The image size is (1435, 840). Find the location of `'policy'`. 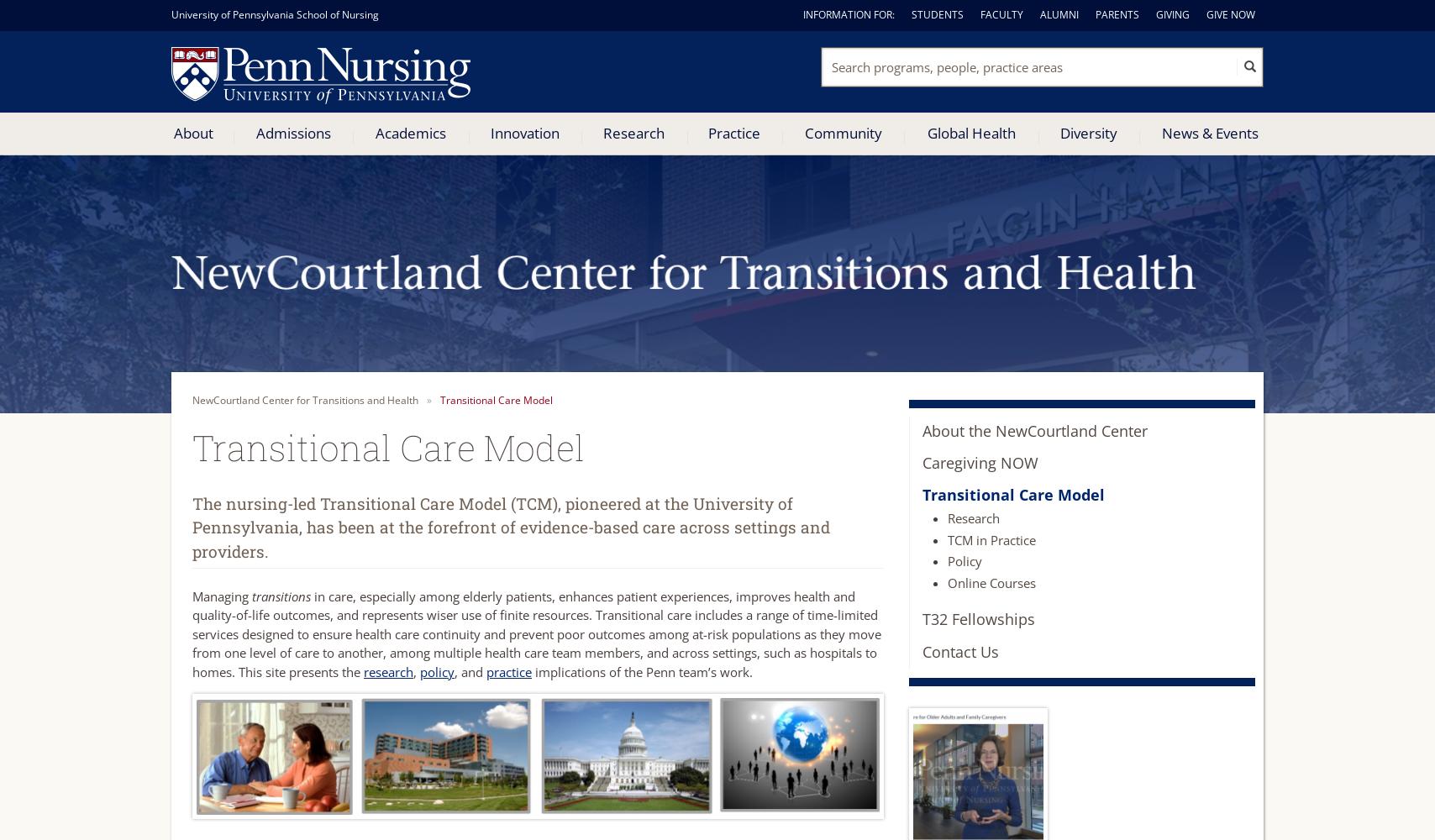

'policy' is located at coordinates (437, 671).